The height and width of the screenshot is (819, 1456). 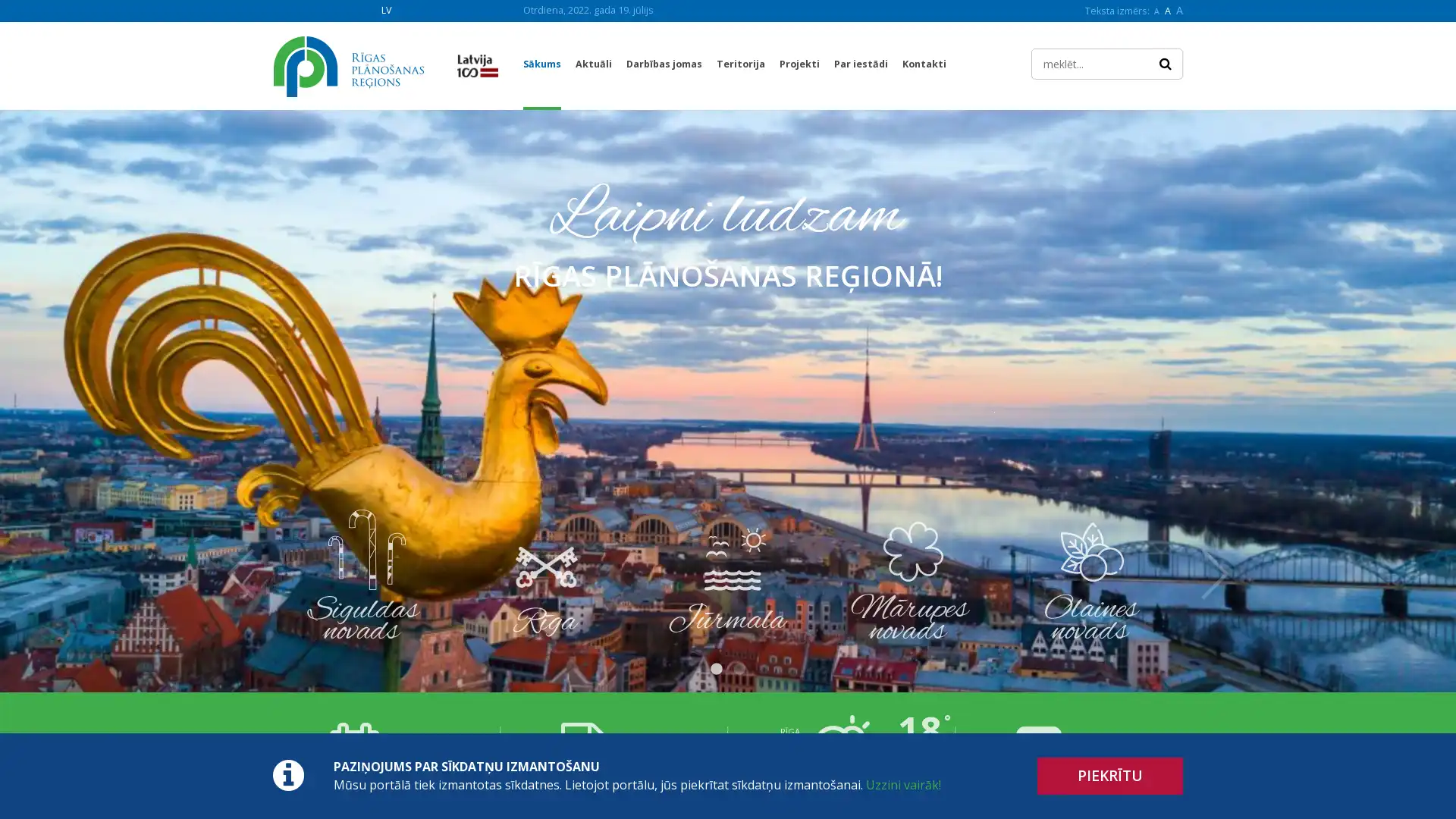 What do you see at coordinates (240, 573) in the screenshot?
I see `Previous` at bounding box center [240, 573].